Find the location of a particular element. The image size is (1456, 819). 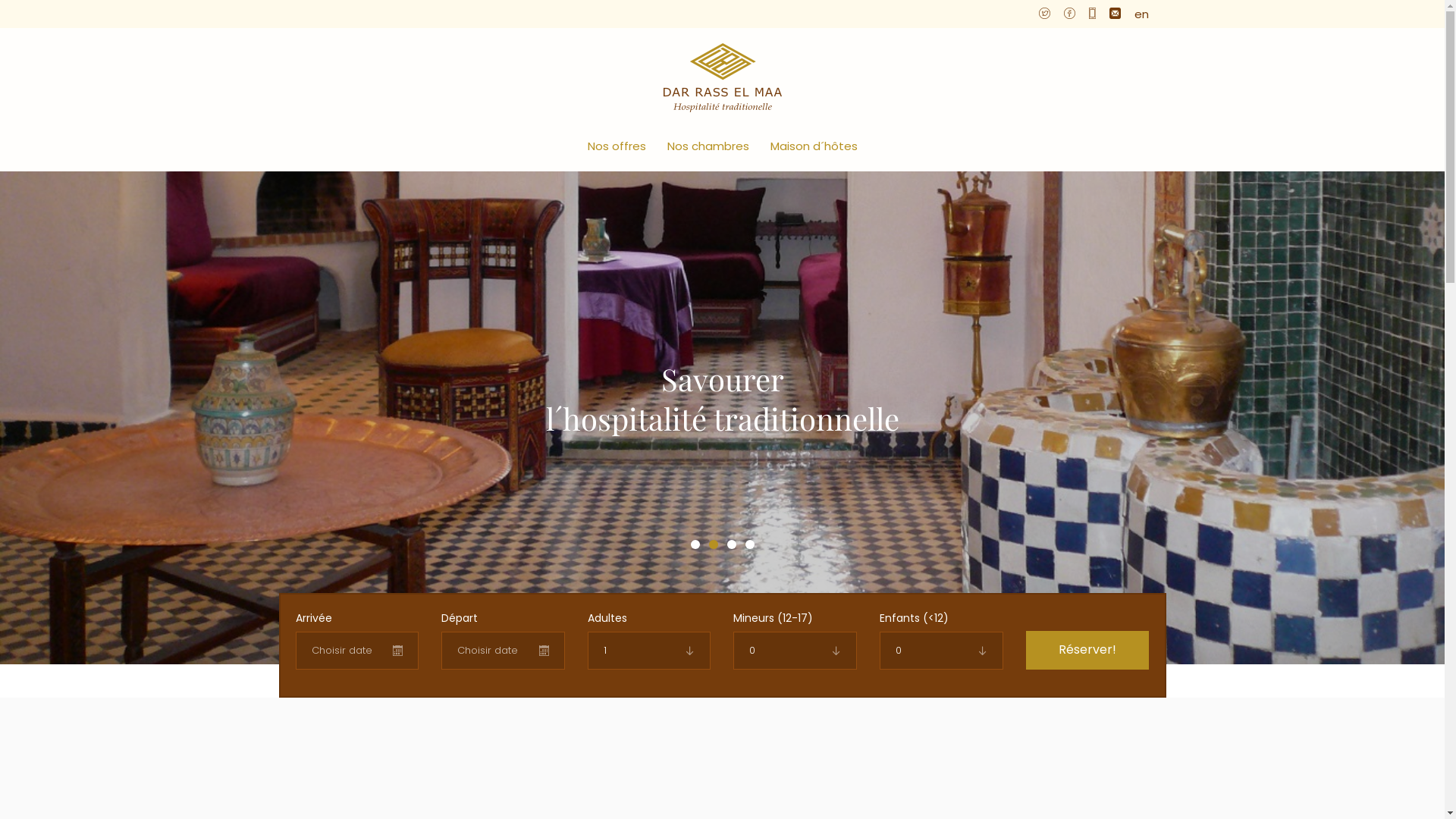

'info@chefchaouen.ch' is located at coordinates (1103, 14).